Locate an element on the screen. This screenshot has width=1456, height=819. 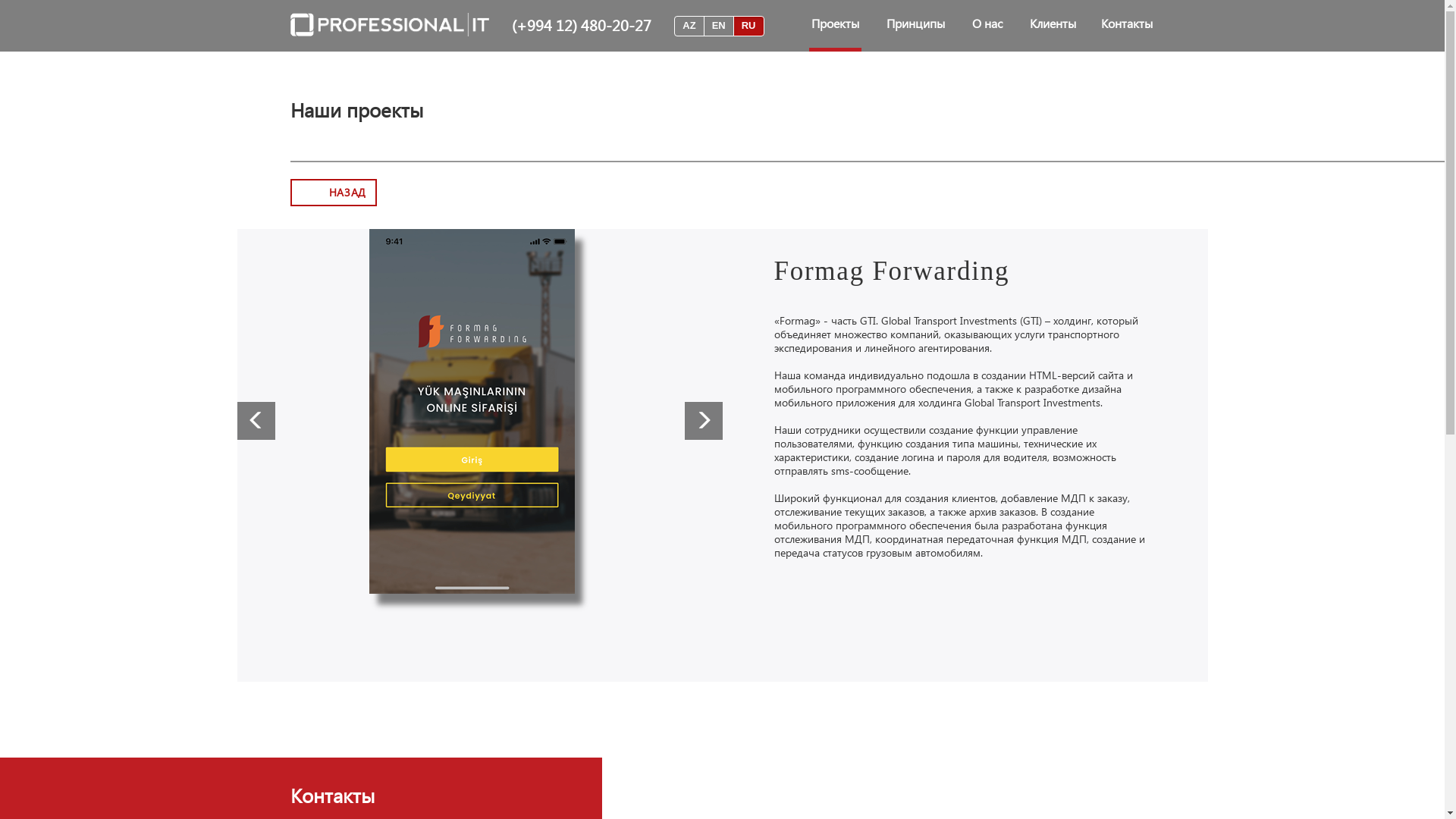
'RU' is located at coordinates (748, 26).